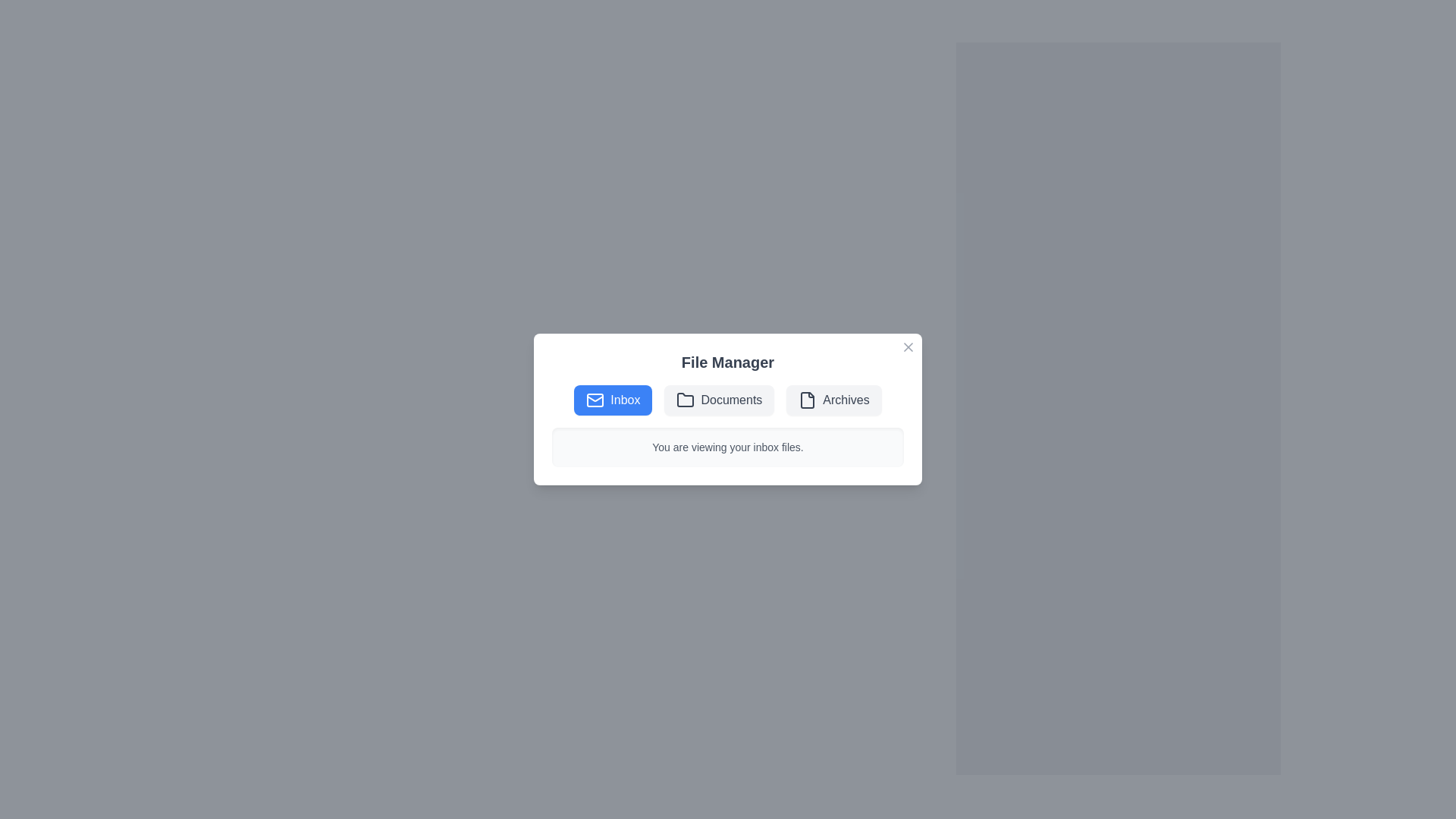 The height and width of the screenshot is (819, 1456). What do you see at coordinates (833, 400) in the screenshot?
I see `the rightmost button in the dialog box` at bounding box center [833, 400].